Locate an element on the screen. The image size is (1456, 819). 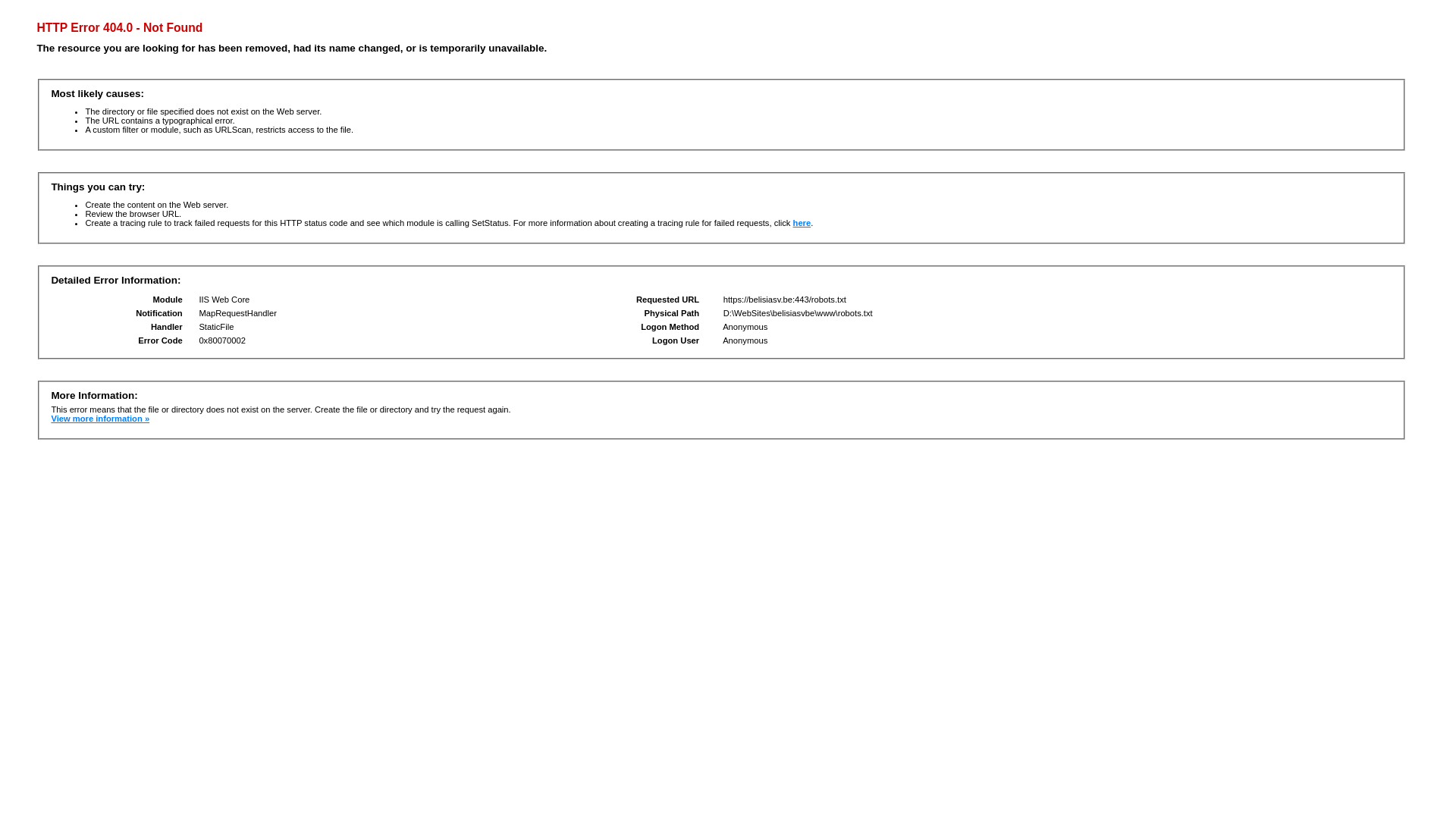
'here' is located at coordinates (801, 222).